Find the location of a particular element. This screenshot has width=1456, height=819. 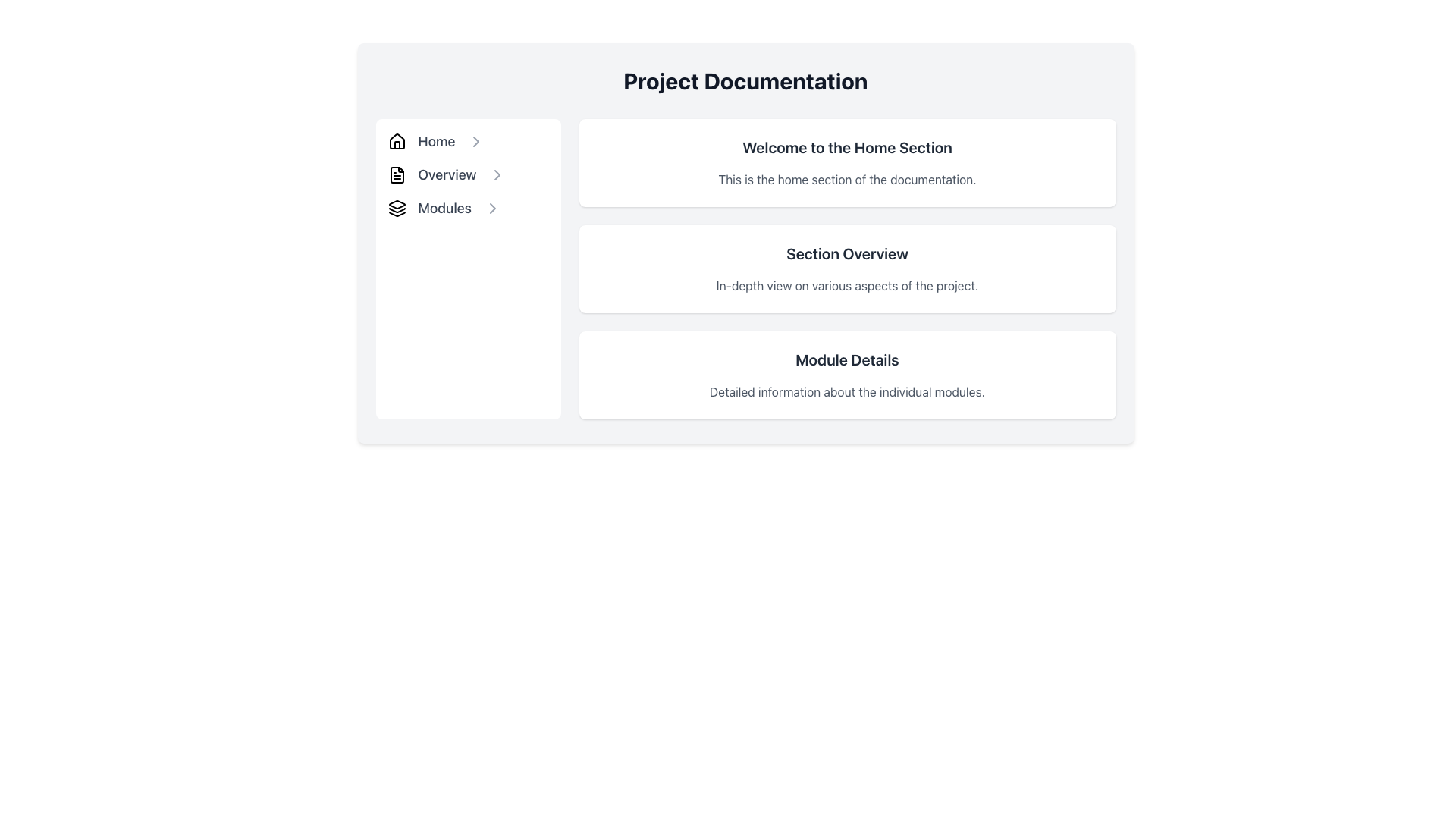

the project overview card positioned as the second card in a vertically stacked group of three cards, located centrally in the layout is located at coordinates (846, 268).